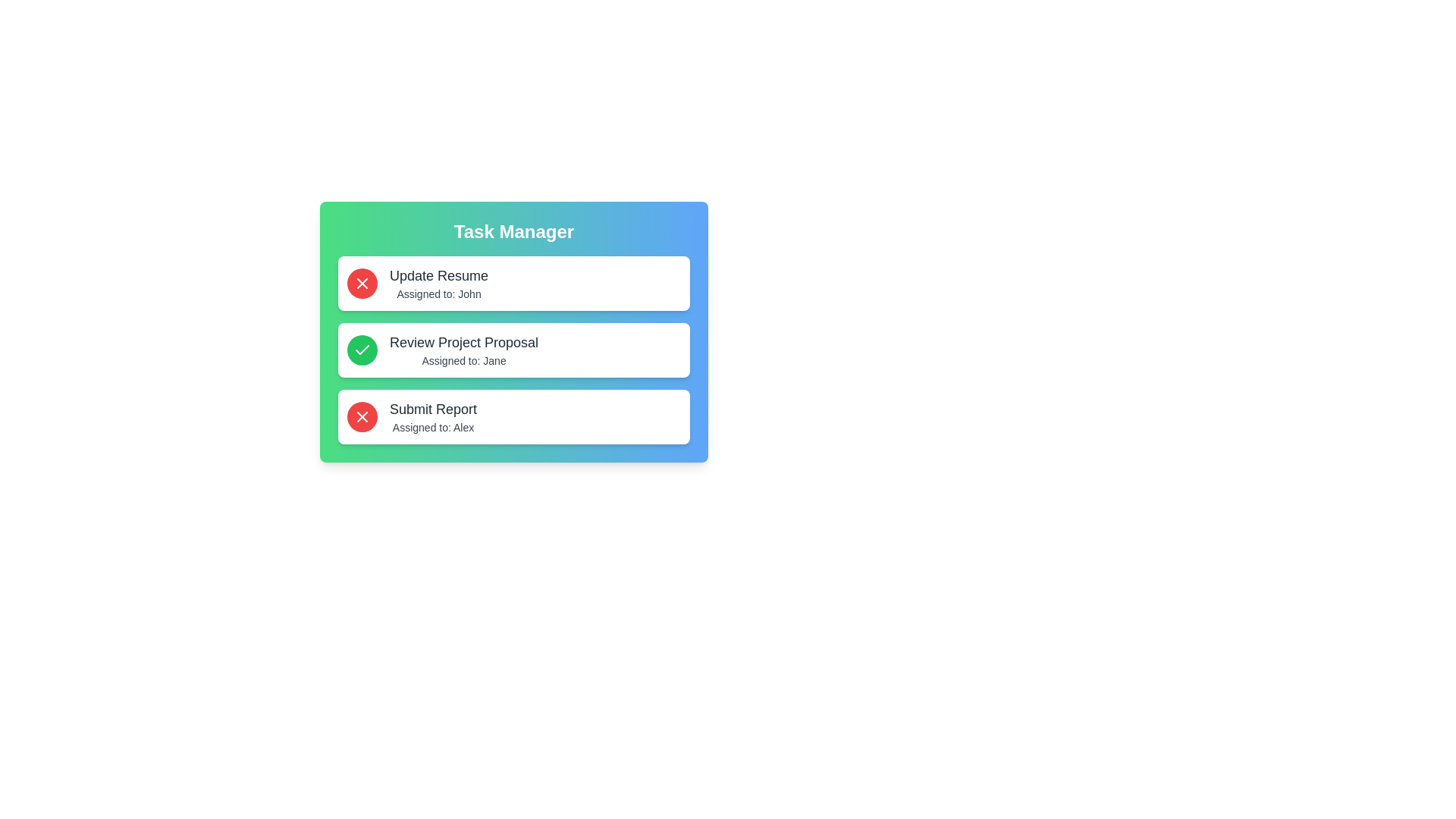  Describe the element at coordinates (513, 417) in the screenshot. I see `the task item Submit Report to reveal additional context` at that location.